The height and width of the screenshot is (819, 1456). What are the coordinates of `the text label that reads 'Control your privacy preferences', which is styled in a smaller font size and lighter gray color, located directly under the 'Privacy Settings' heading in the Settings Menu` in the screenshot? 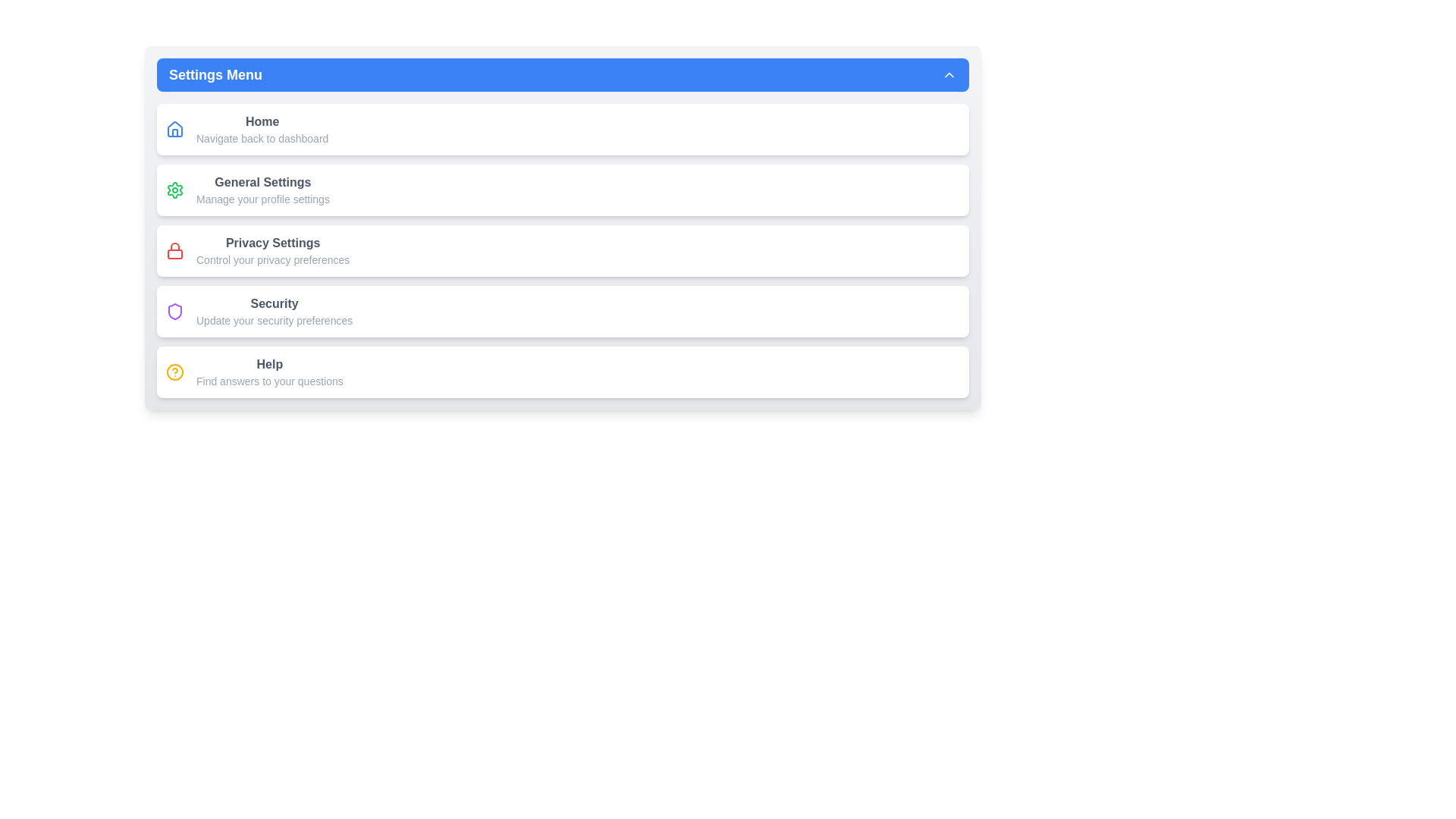 It's located at (273, 259).